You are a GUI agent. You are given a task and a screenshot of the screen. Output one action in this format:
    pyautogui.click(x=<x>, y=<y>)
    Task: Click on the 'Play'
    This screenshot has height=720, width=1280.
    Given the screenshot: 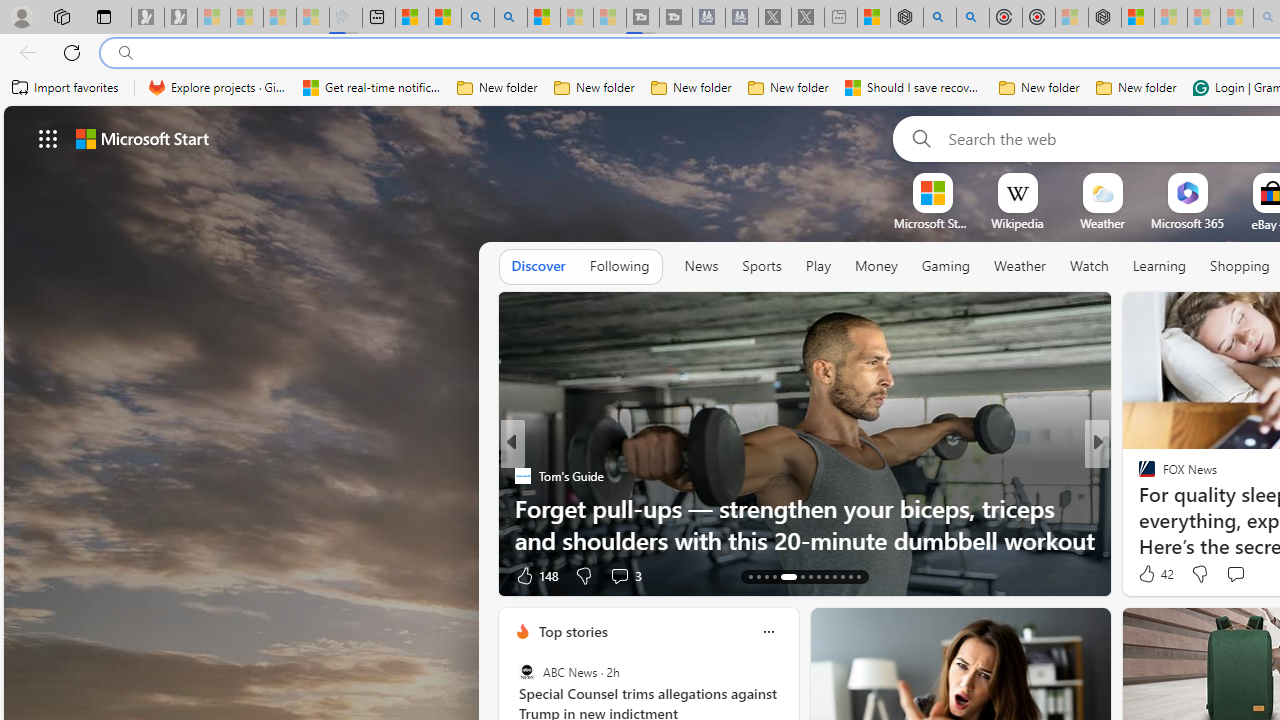 What is the action you would take?
    pyautogui.click(x=817, y=265)
    